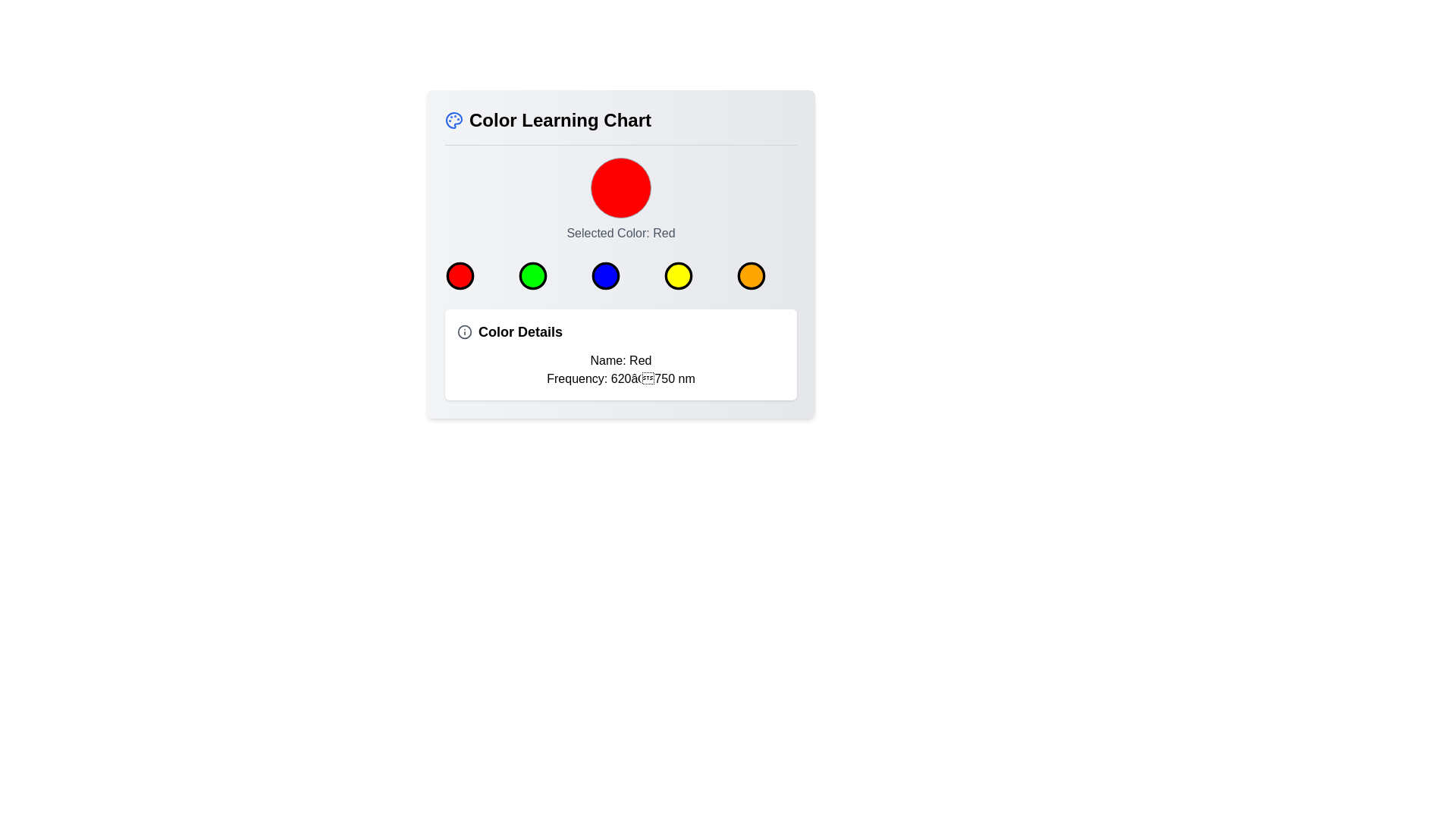 This screenshot has height=819, width=1456. I want to click on the information icon located to the left of the 'Color Details' heading, so click(464, 331).